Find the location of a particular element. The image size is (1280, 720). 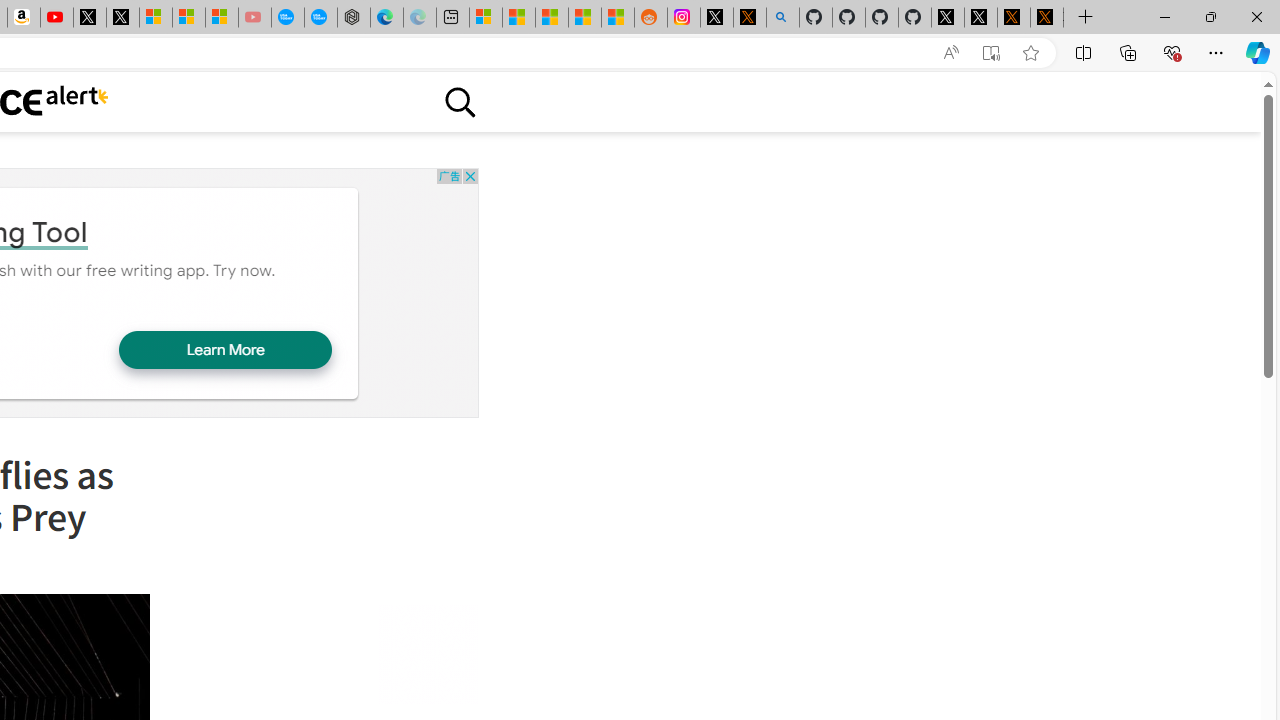

'Nordace - Nordace has arrived Hong Kong' is located at coordinates (353, 17).